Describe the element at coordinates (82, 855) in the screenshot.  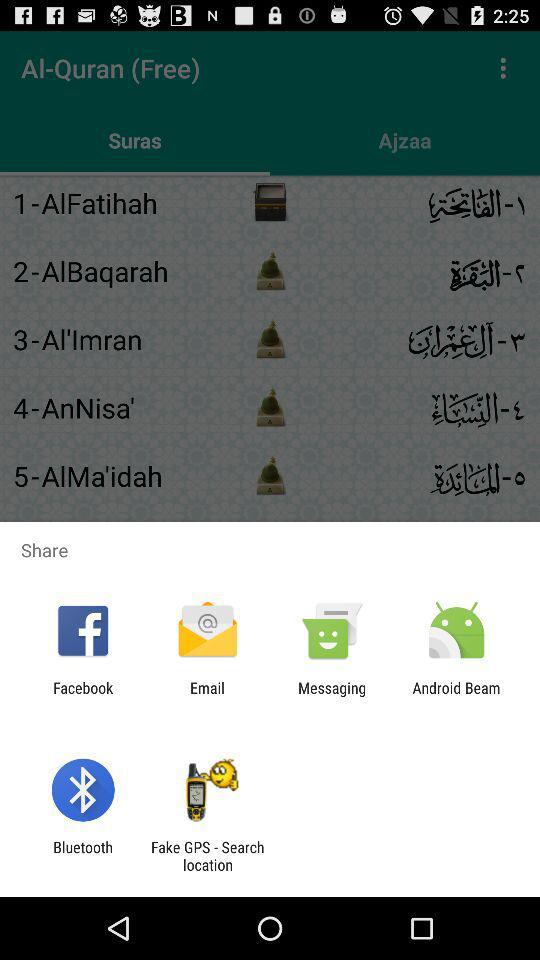
I see `the item to the left of fake gps search app` at that location.